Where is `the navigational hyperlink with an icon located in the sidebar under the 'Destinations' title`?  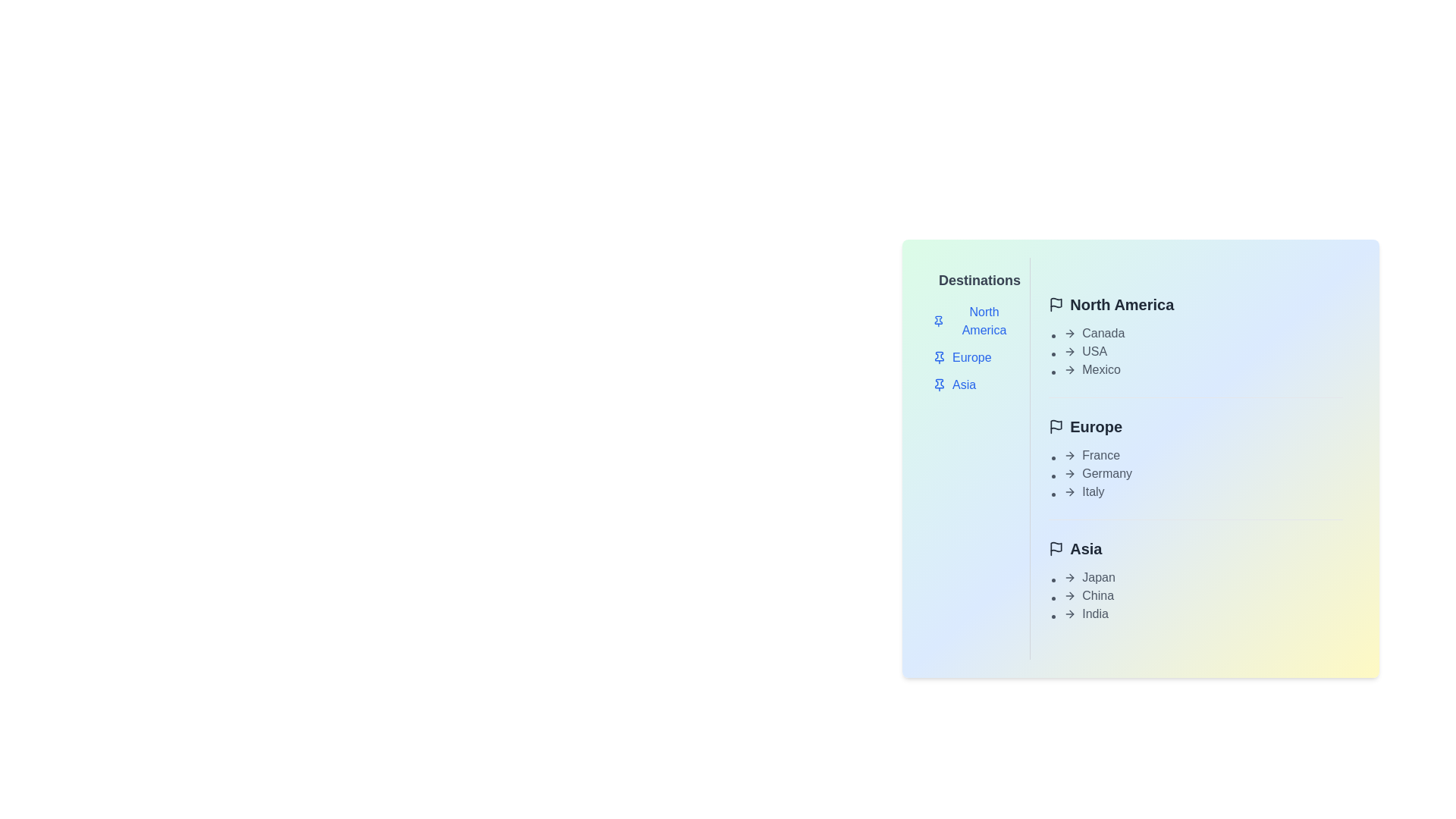 the navigational hyperlink with an icon located in the sidebar under the 'Destinations' title is located at coordinates (975, 321).